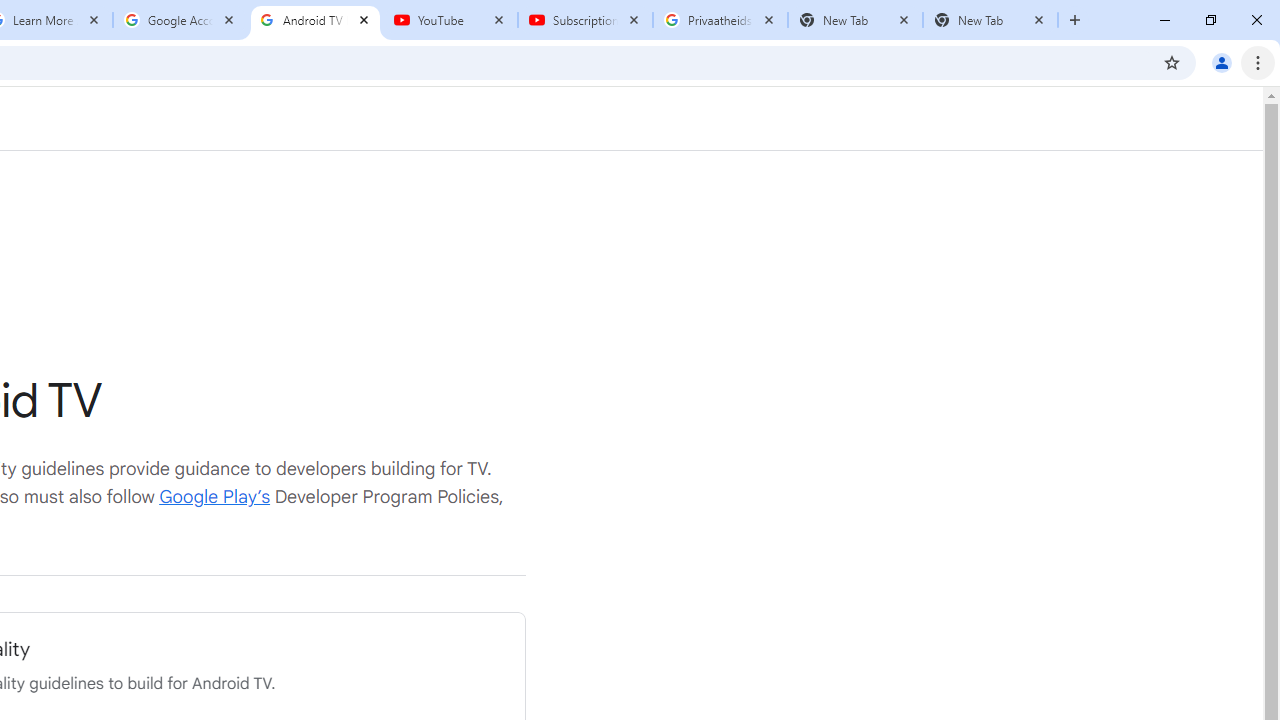 This screenshot has height=720, width=1280. Describe the element at coordinates (180, 20) in the screenshot. I see `'Google Account'` at that location.